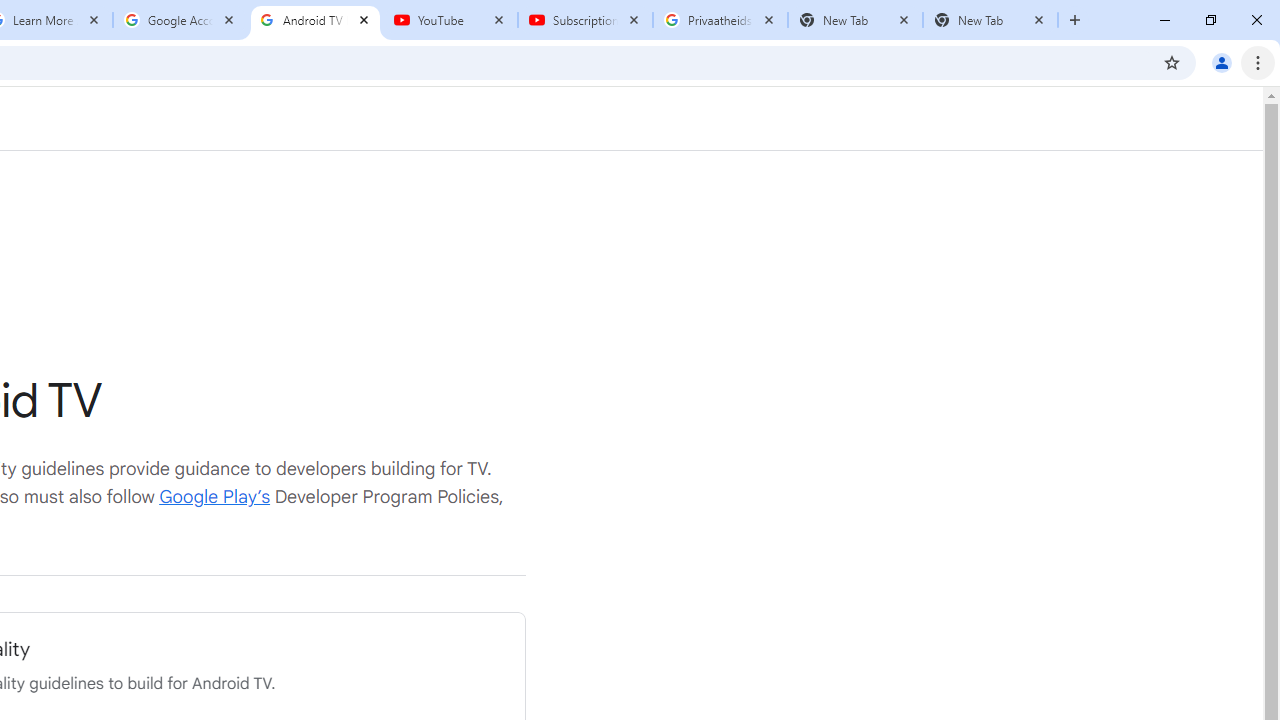 This screenshot has height=720, width=1280. Describe the element at coordinates (180, 20) in the screenshot. I see `'Google Account'` at that location.